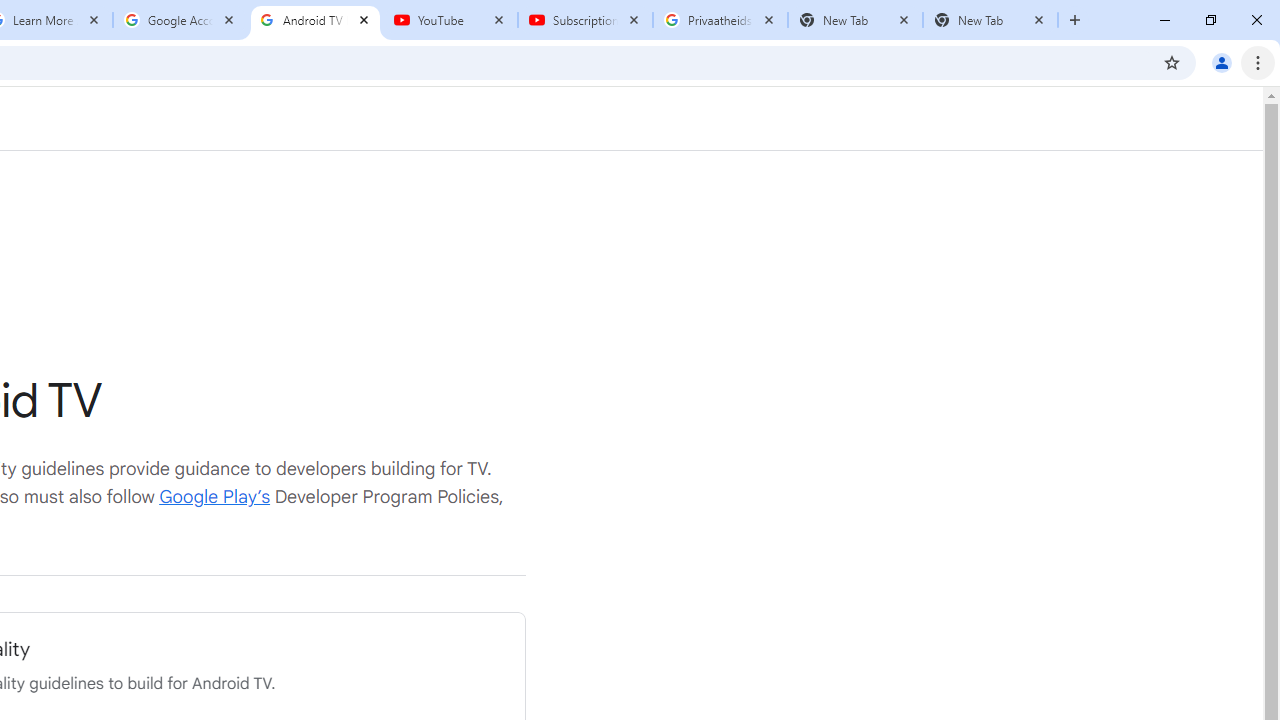 This screenshot has height=720, width=1280. Describe the element at coordinates (180, 20) in the screenshot. I see `'Google Account'` at that location.